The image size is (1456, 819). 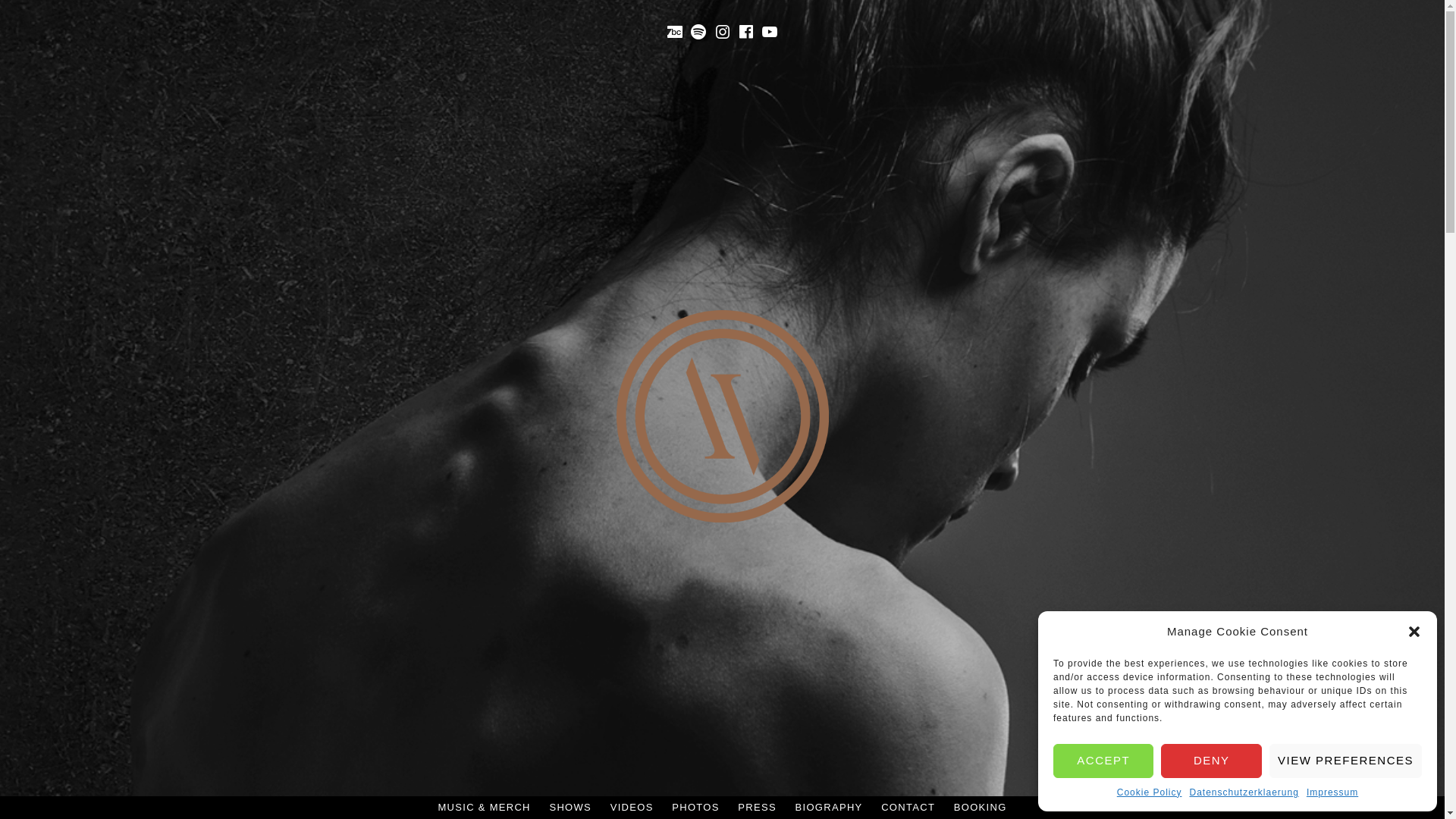 I want to click on 'DENY', so click(x=1160, y=760).